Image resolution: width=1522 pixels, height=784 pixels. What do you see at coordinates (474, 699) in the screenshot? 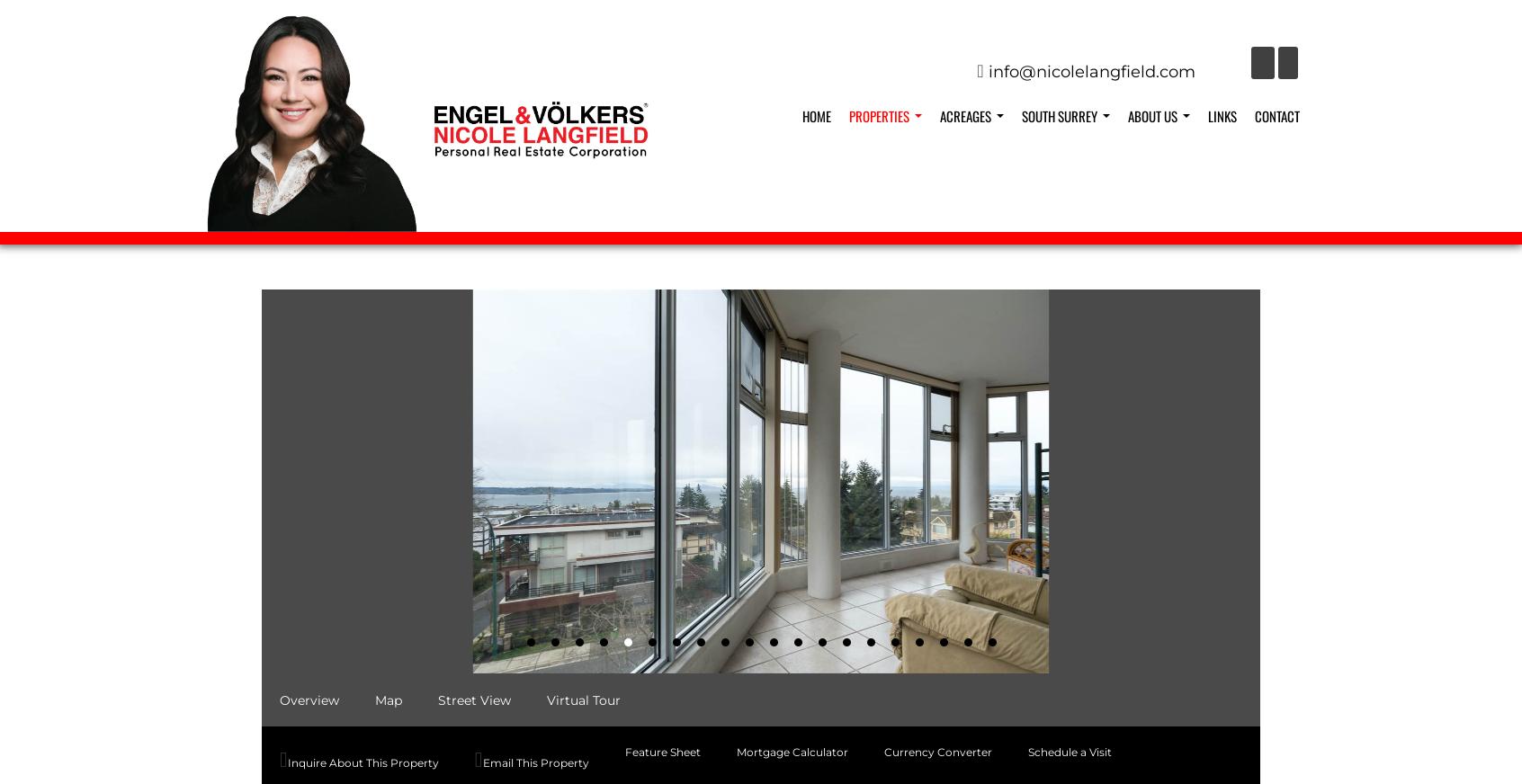
I see `'Street View'` at bounding box center [474, 699].